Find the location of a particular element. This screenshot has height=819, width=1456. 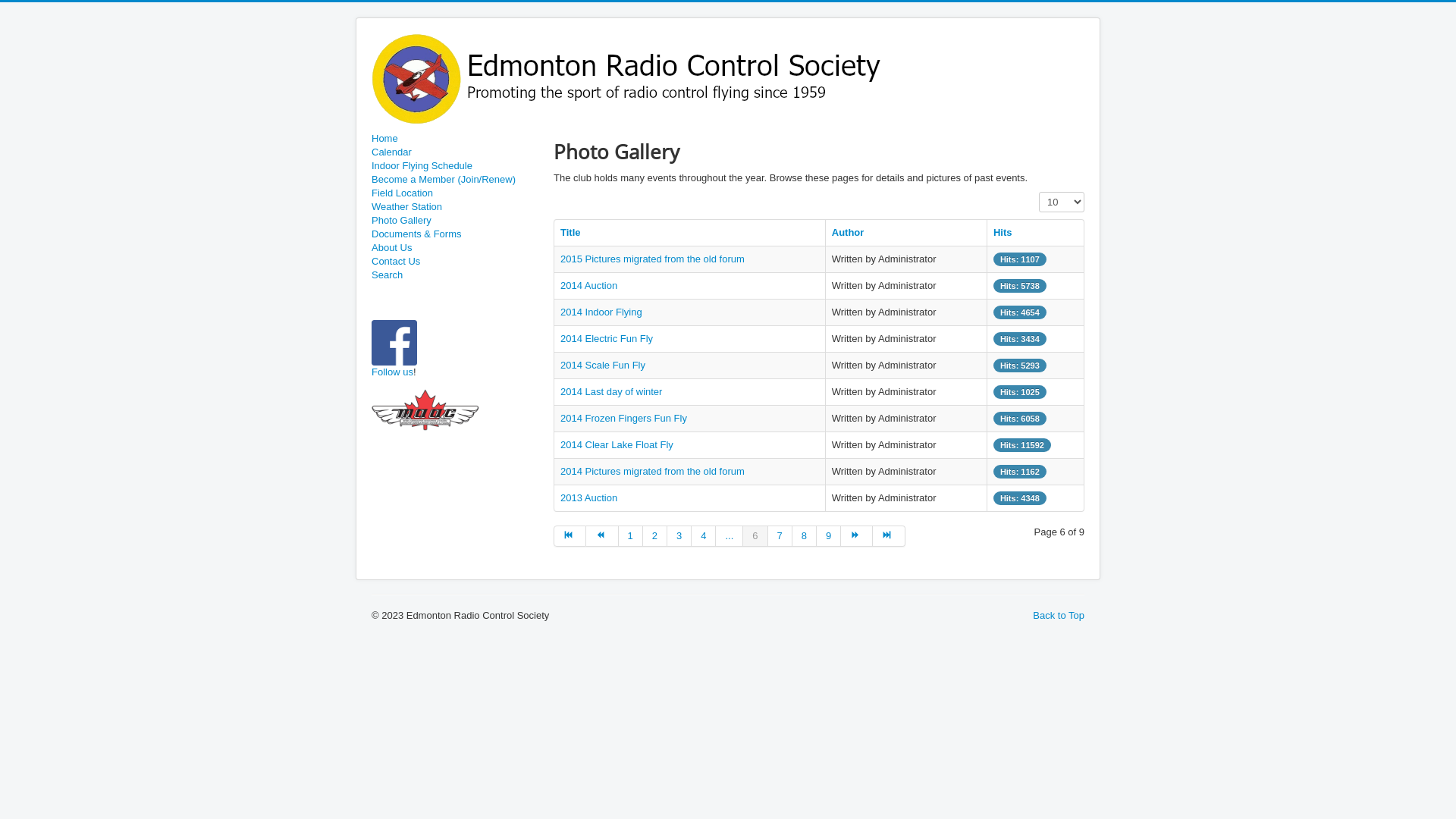

'Become a Member (Join/Renew)' is located at coordinates (454, 178).